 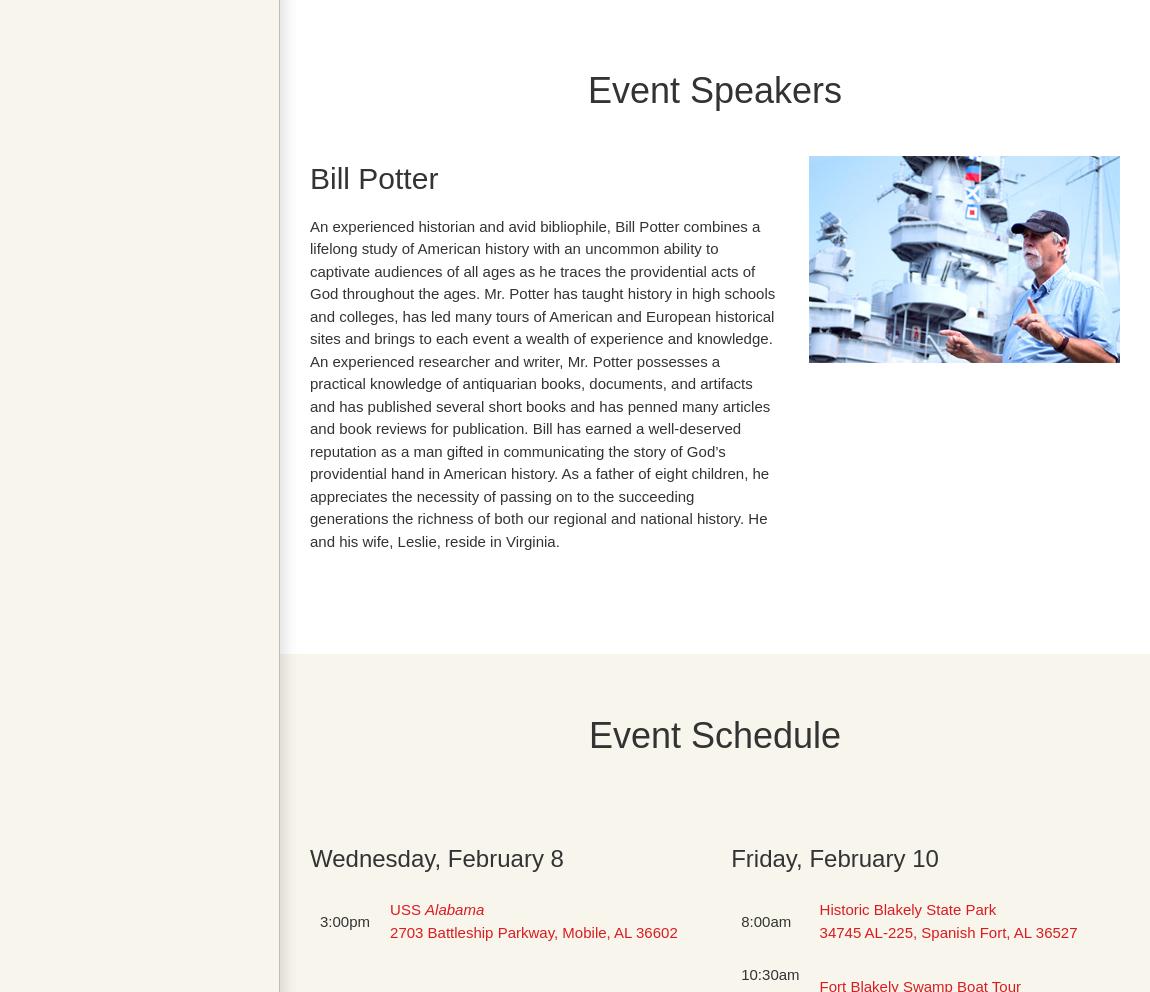 What do you see at coordinates (436, 857) in the screenshot?
I see `'Wednesday, February 8'` at bounding box center [436, 857].